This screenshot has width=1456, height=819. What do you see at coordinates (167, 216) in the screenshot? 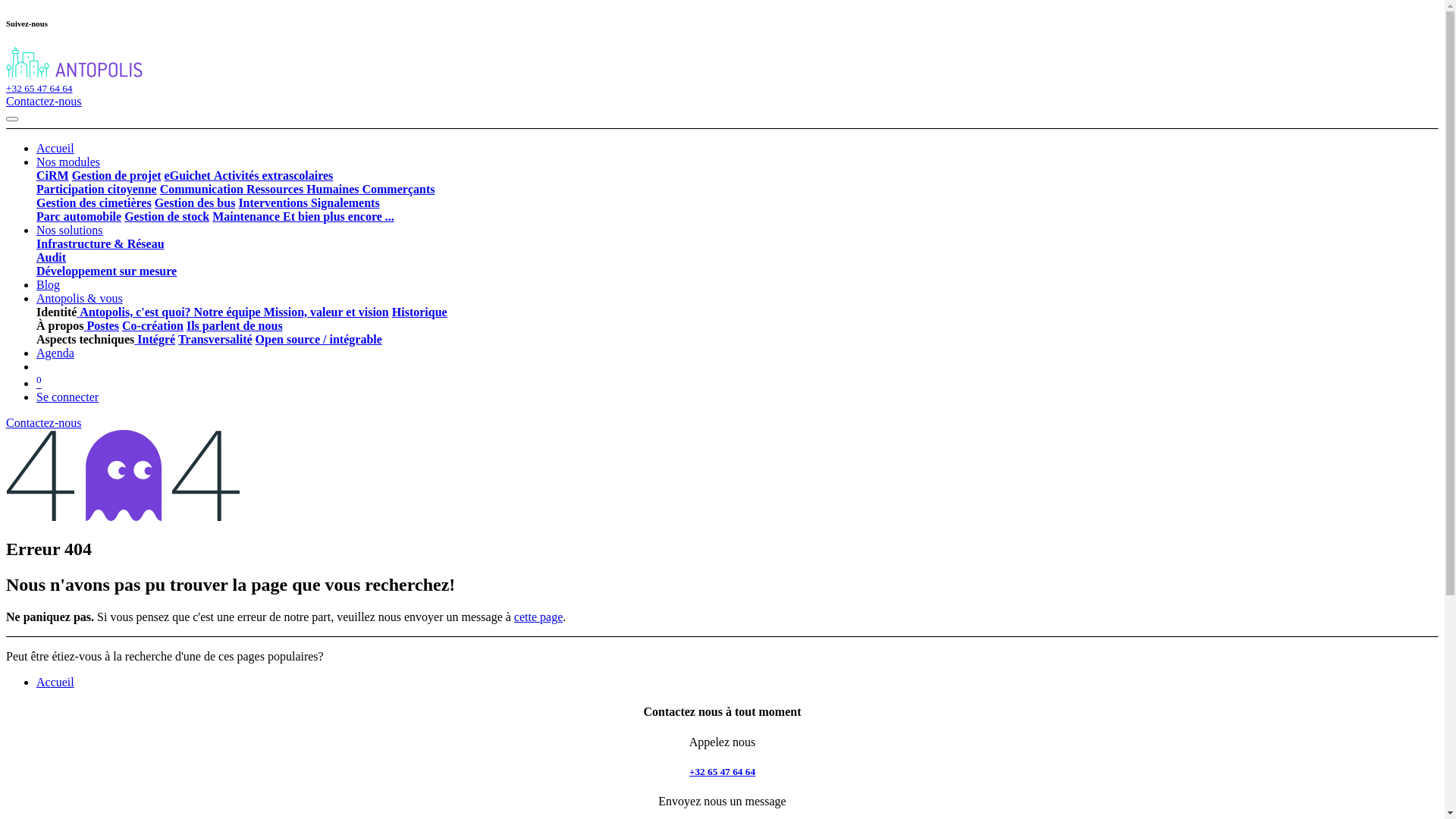
I see `'Gestion de stock'` at bounding box center [167, 216].